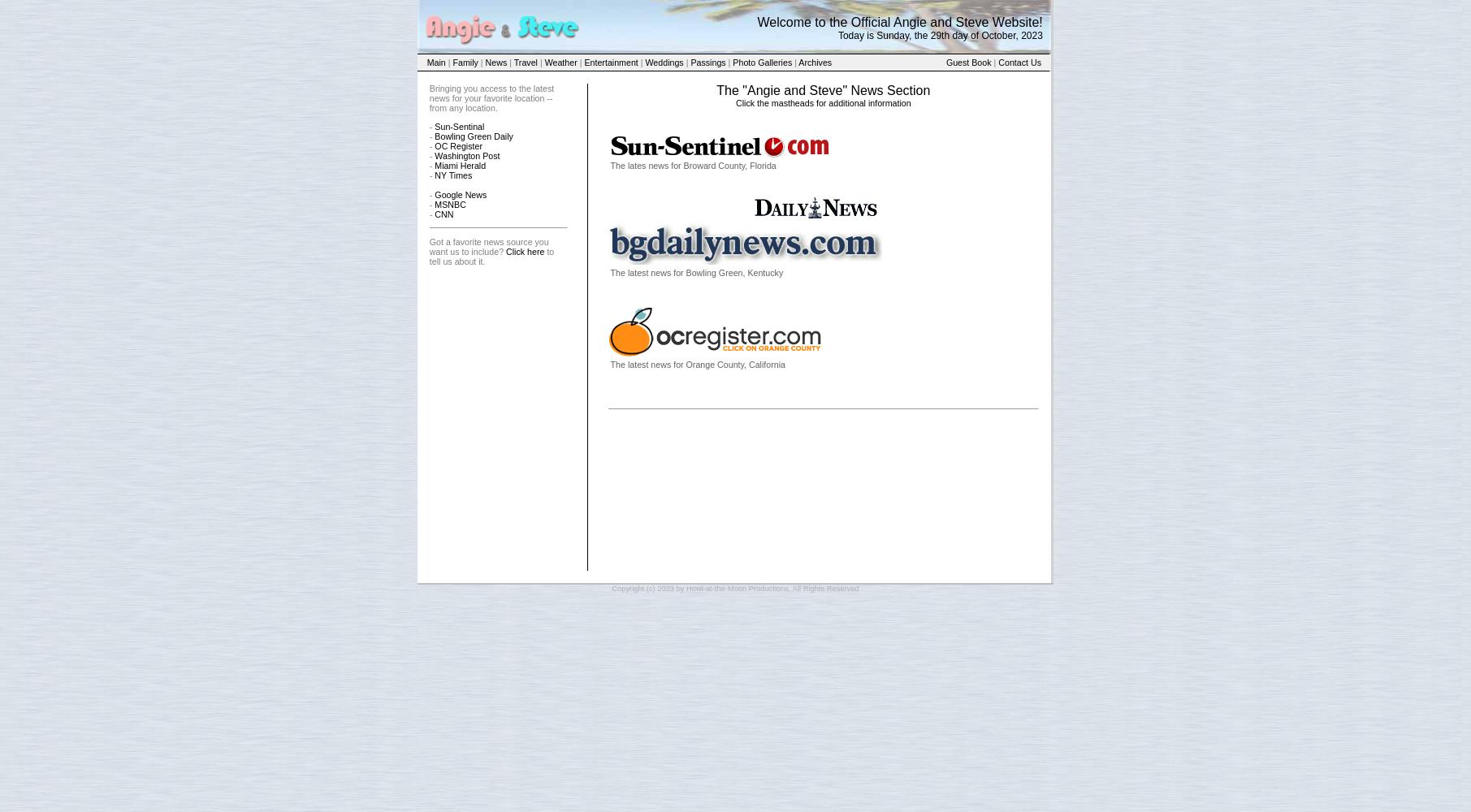 Image resolution: width=1471 pixels, height=812 pixels. Describe the element at coordinates (609, 62) in the screenshot. I see `'Entertainment'` at that location.